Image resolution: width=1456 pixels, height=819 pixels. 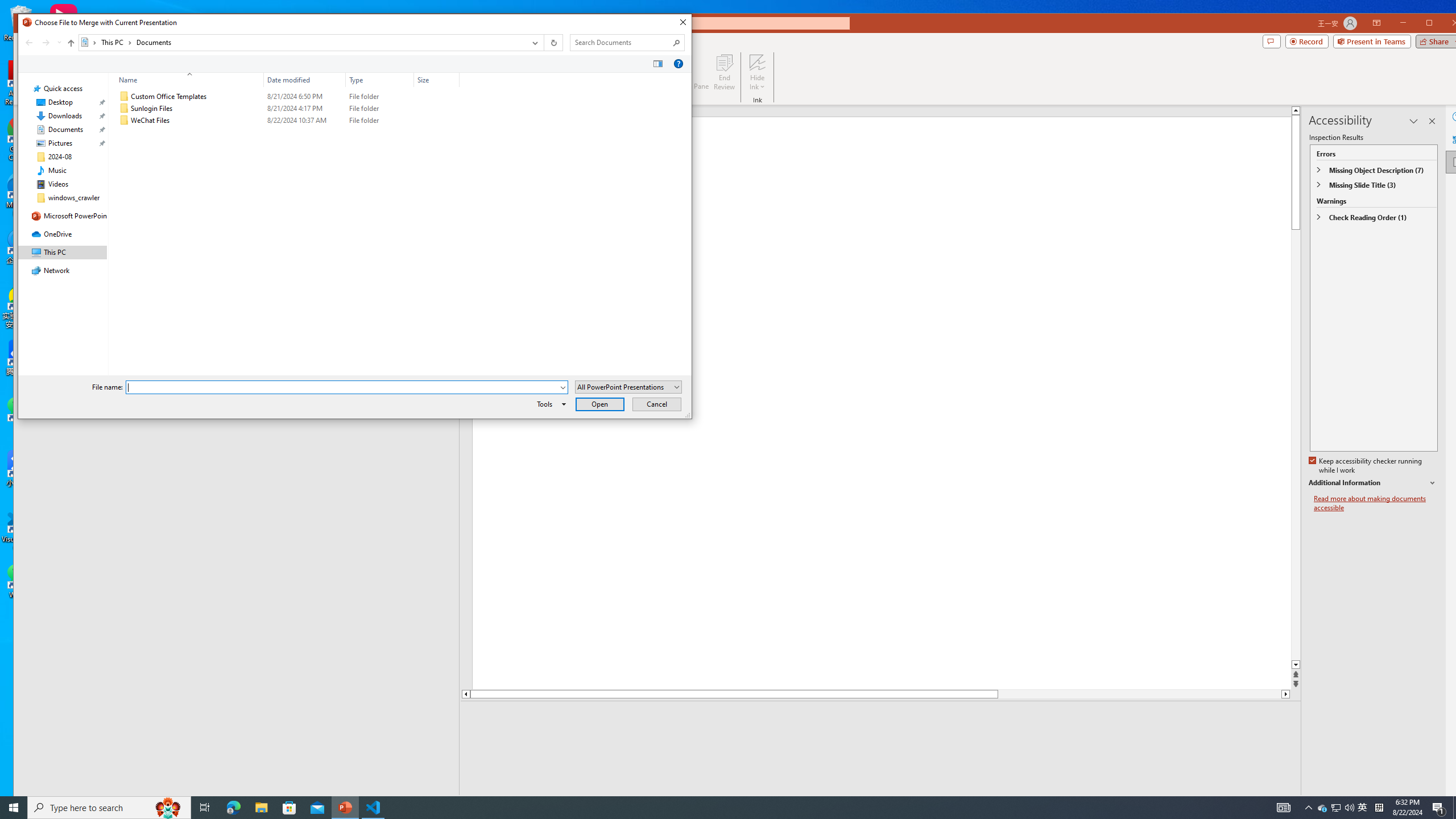 I want to click on 'Task View', so click(x=204, y=806).